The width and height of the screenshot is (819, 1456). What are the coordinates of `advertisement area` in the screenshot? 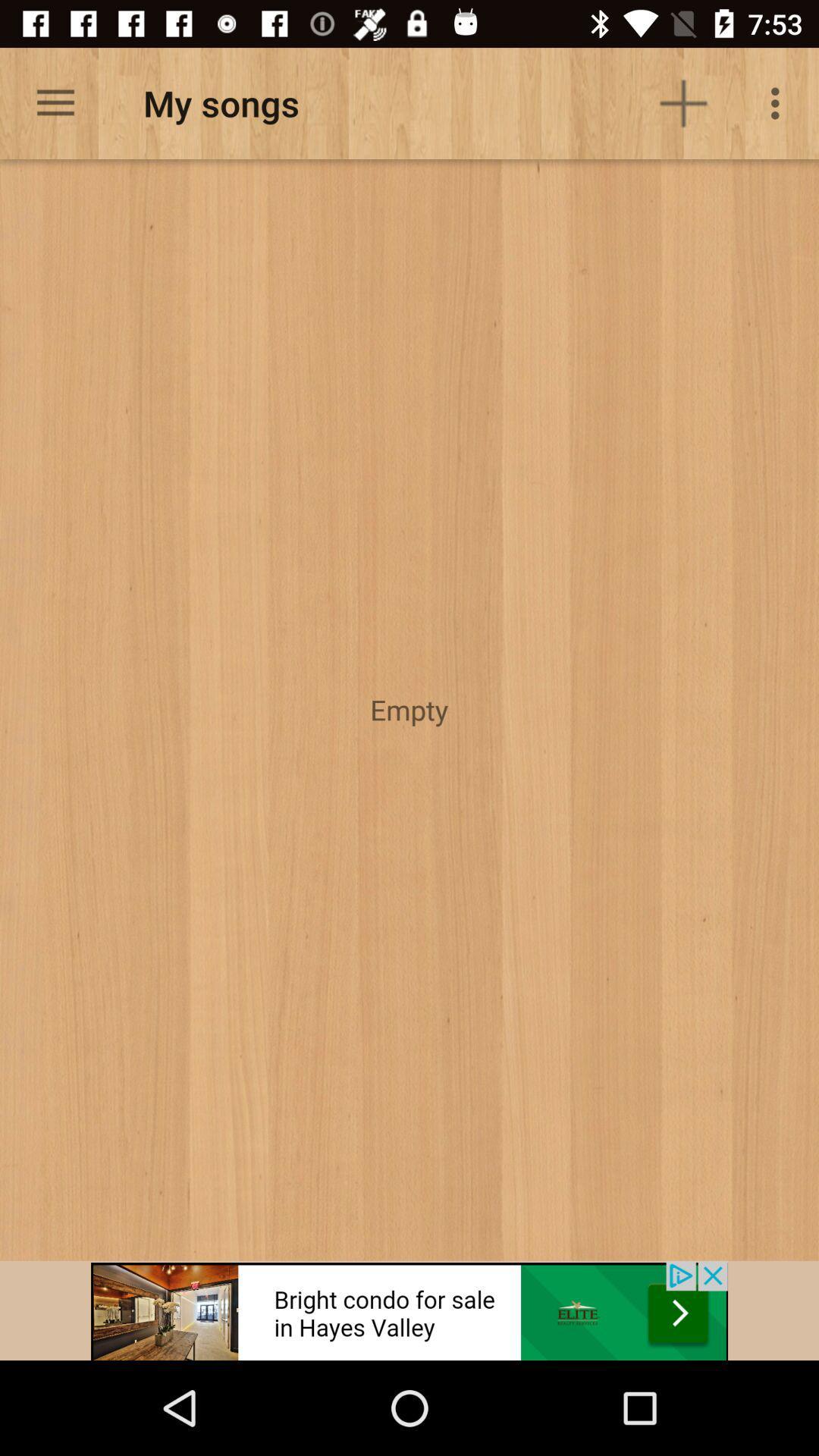 It's located at (409, 1310).